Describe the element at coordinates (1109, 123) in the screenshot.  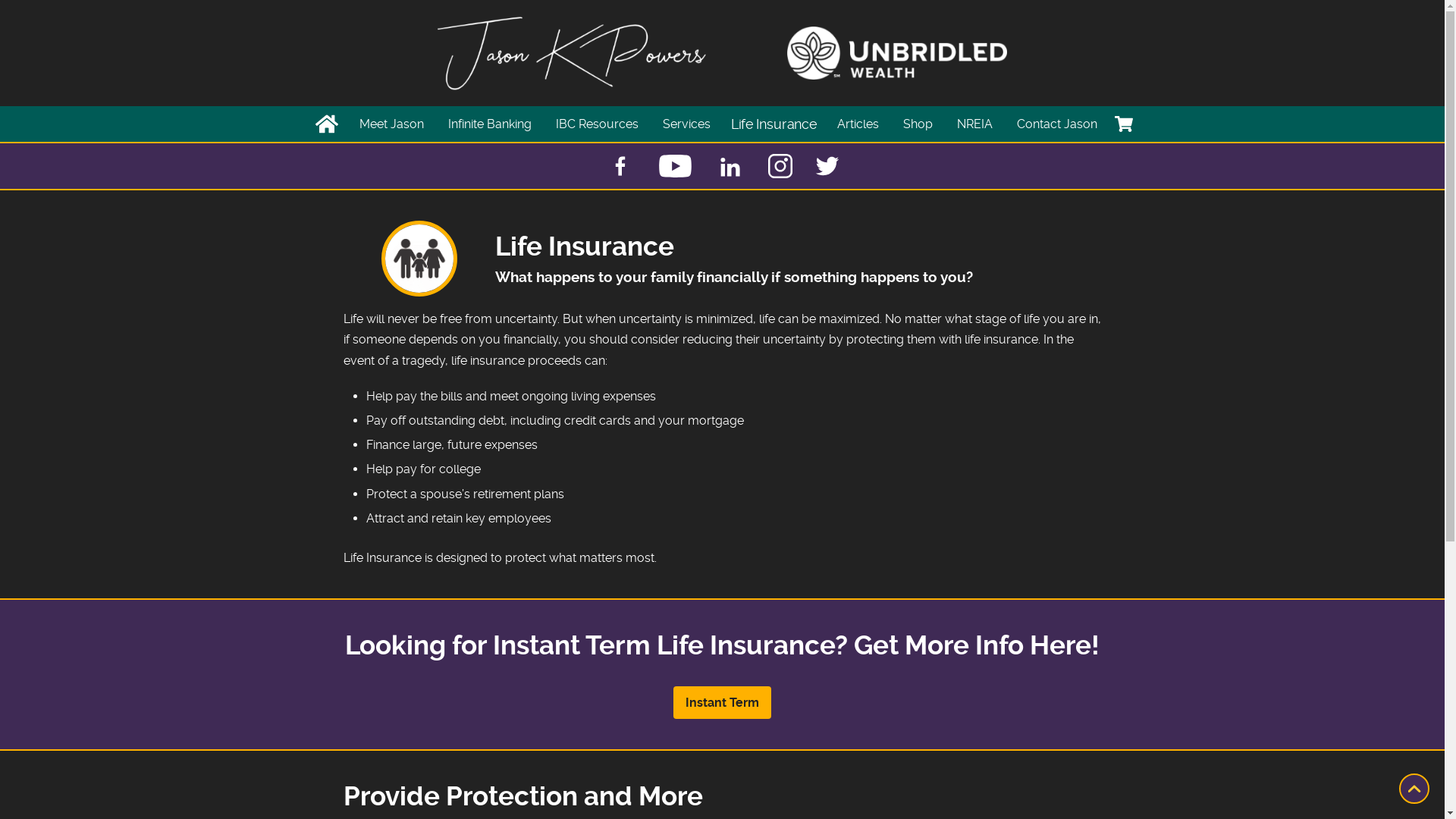
I see `'Cart'` at that location.